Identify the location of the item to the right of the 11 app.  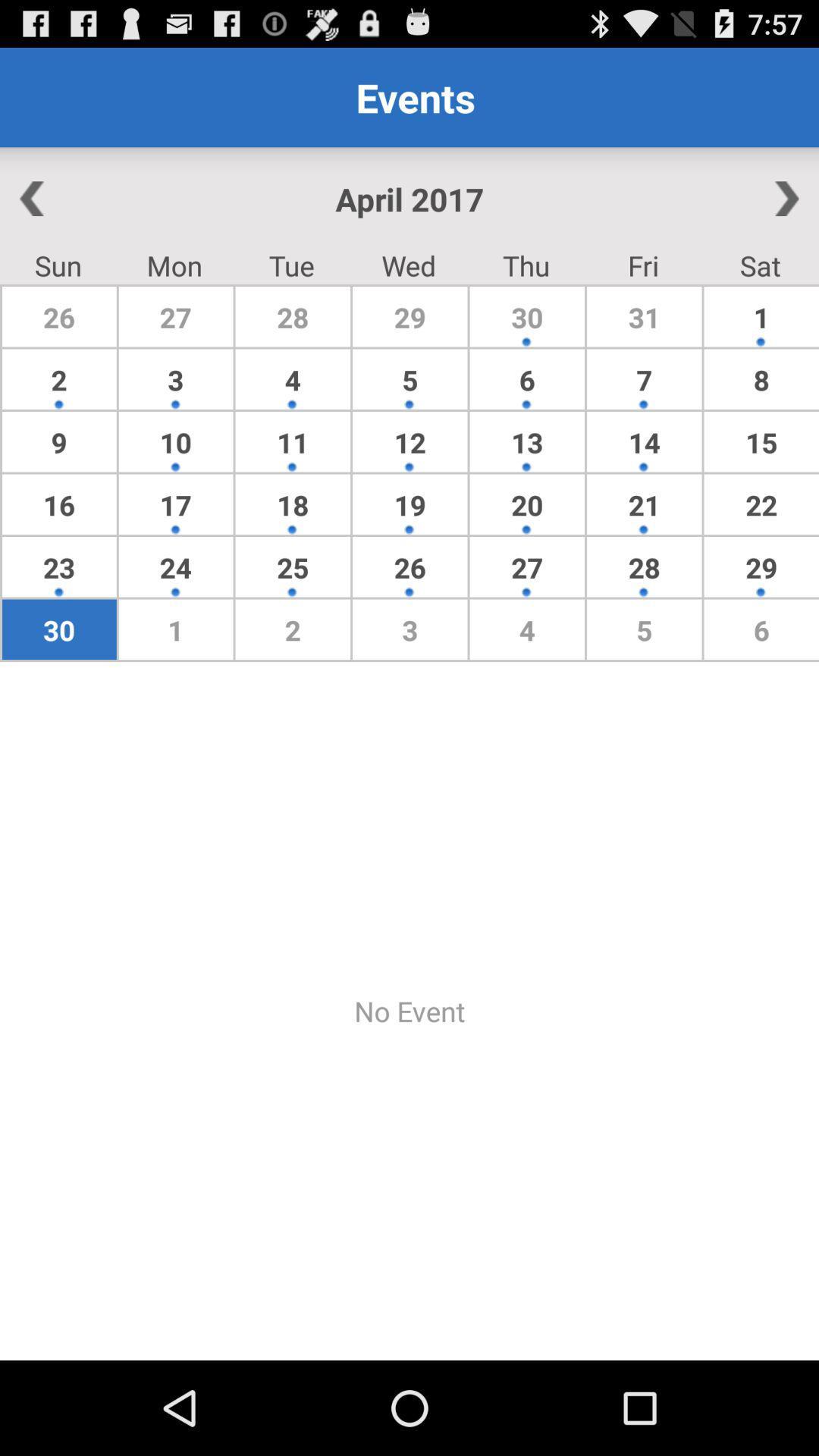
(409, 504).